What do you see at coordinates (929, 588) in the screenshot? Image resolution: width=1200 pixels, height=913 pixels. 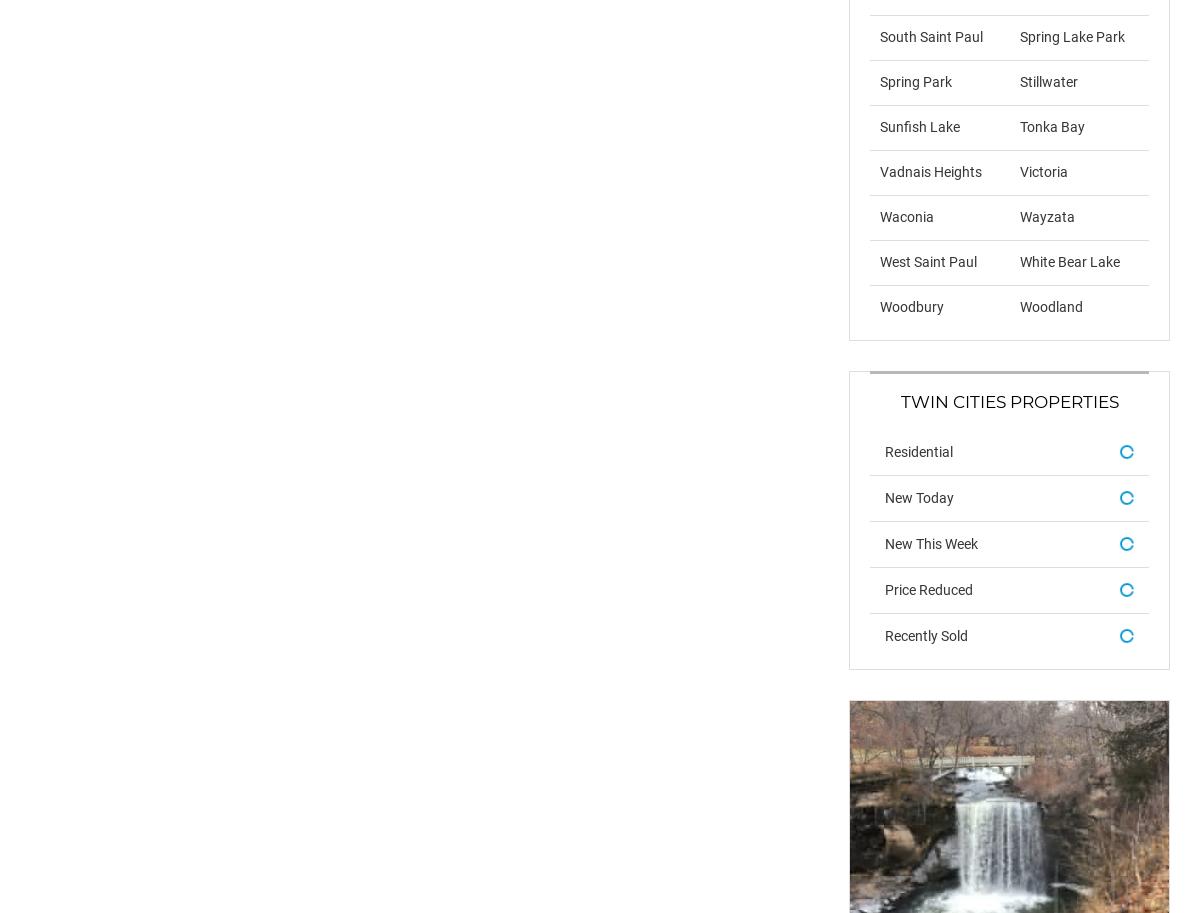 I see `'Price Reduced'` at bounding box center [929, 588].